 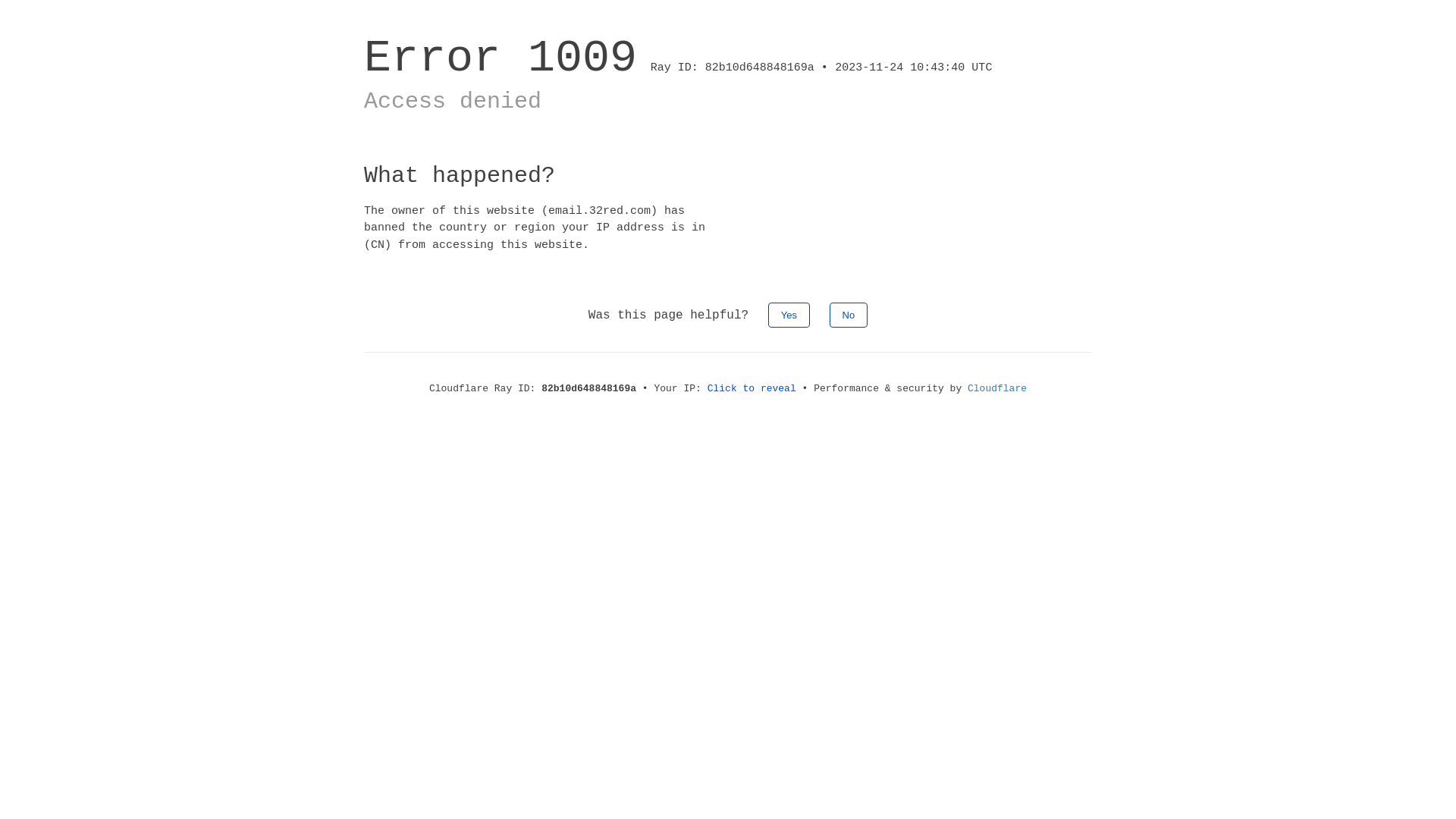 What do you see at coordinates (848, 314) in the screenshot?
I see `'No'` at bounding box center [848, 314].